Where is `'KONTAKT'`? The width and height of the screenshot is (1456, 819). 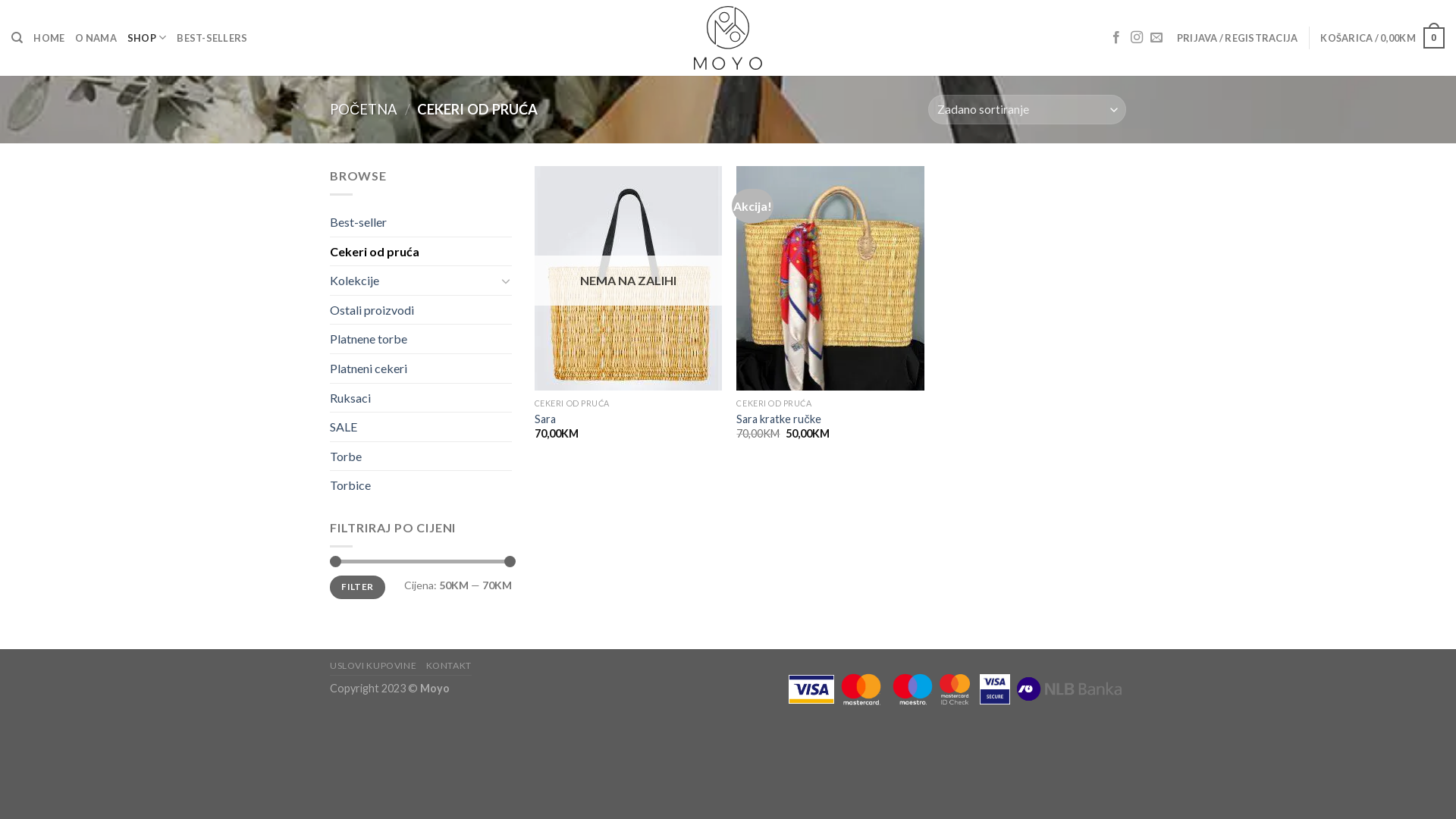 'KONTAKT' is located at coordinates (447, 664).